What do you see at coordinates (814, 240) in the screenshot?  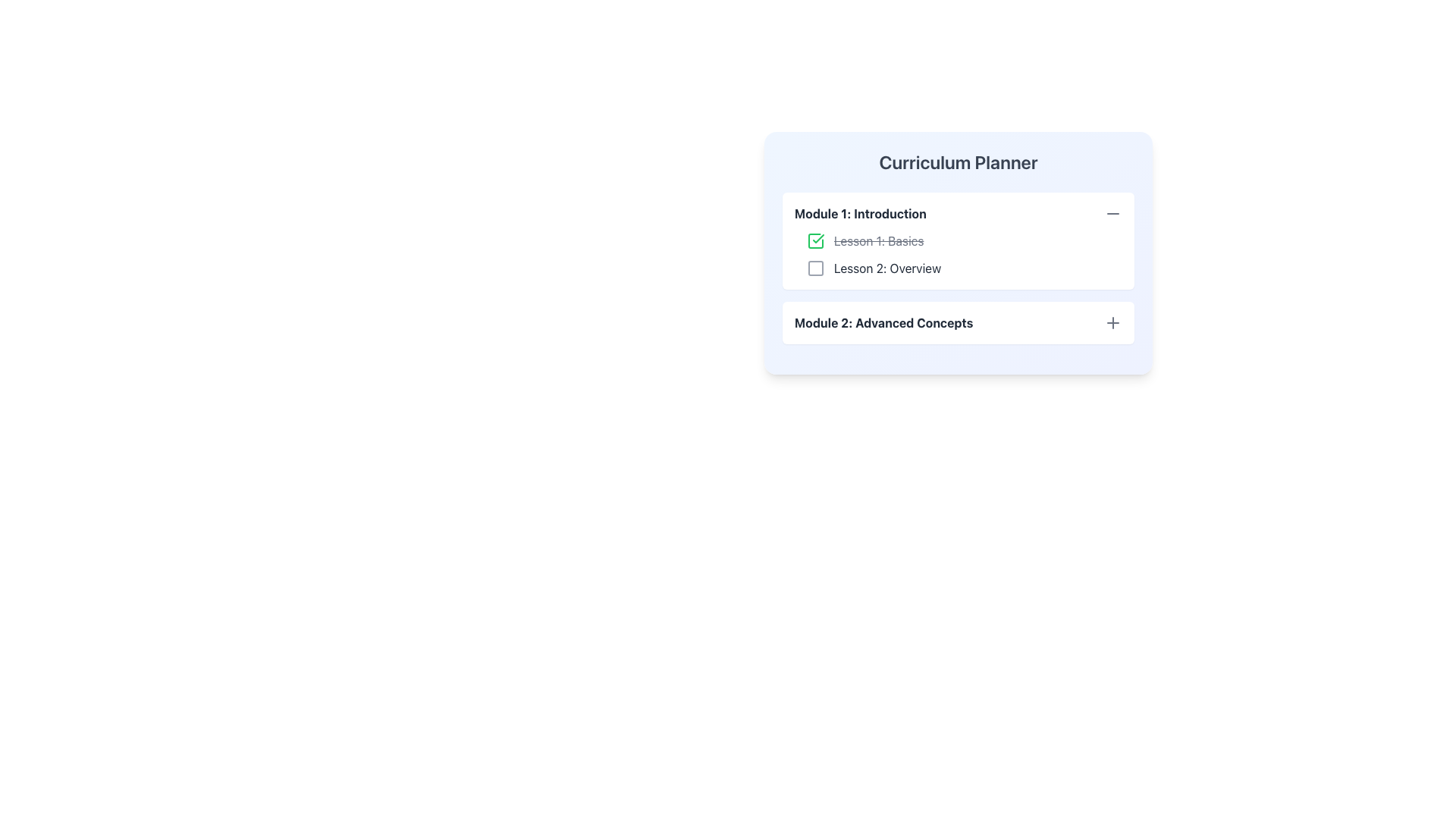 I see `the square-shaped checkbox icon with a green checkmark in the 'Module 1: Introduction' section, located to the left of the 'Lesson 1: Basics' label` at bounding box center [814, 240].